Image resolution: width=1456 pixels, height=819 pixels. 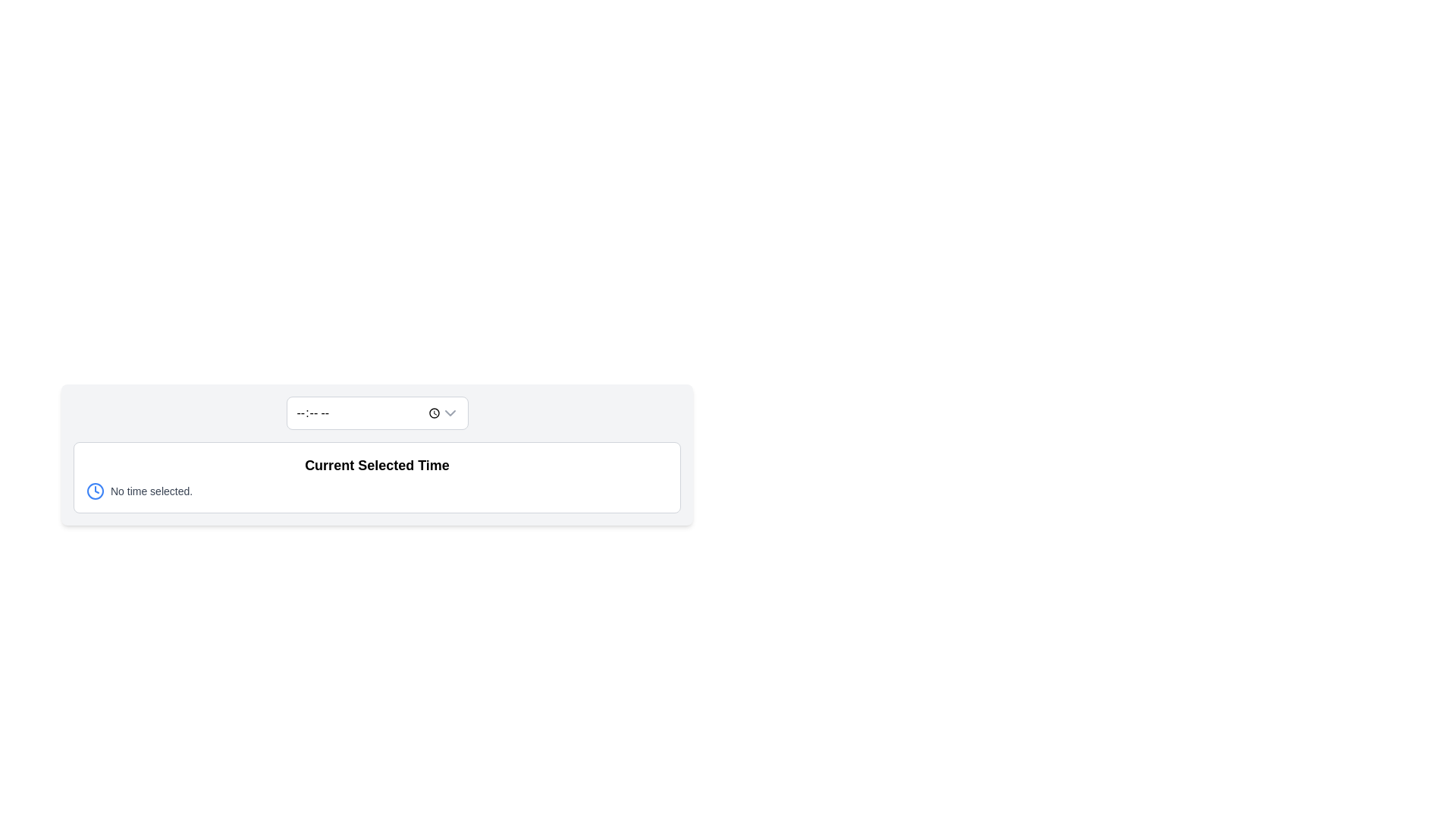 What do you see at coordinates (377, 454) in the screenshot?
I see `the Information display box that shows the currently selected time, located centrally below the dropdown selection box` at bounding box center [377, 454].